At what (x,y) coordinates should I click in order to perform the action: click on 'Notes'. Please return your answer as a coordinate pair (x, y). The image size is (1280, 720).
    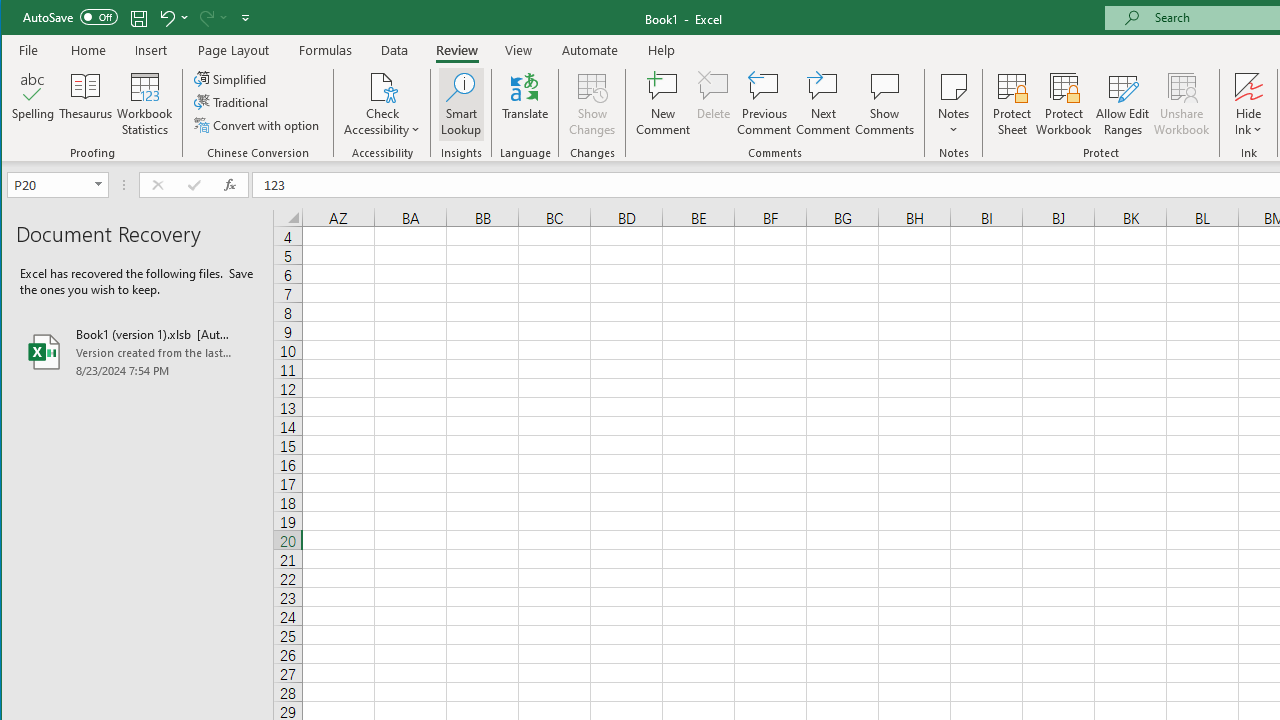
    Looking at the image, I should click on (953, 104).